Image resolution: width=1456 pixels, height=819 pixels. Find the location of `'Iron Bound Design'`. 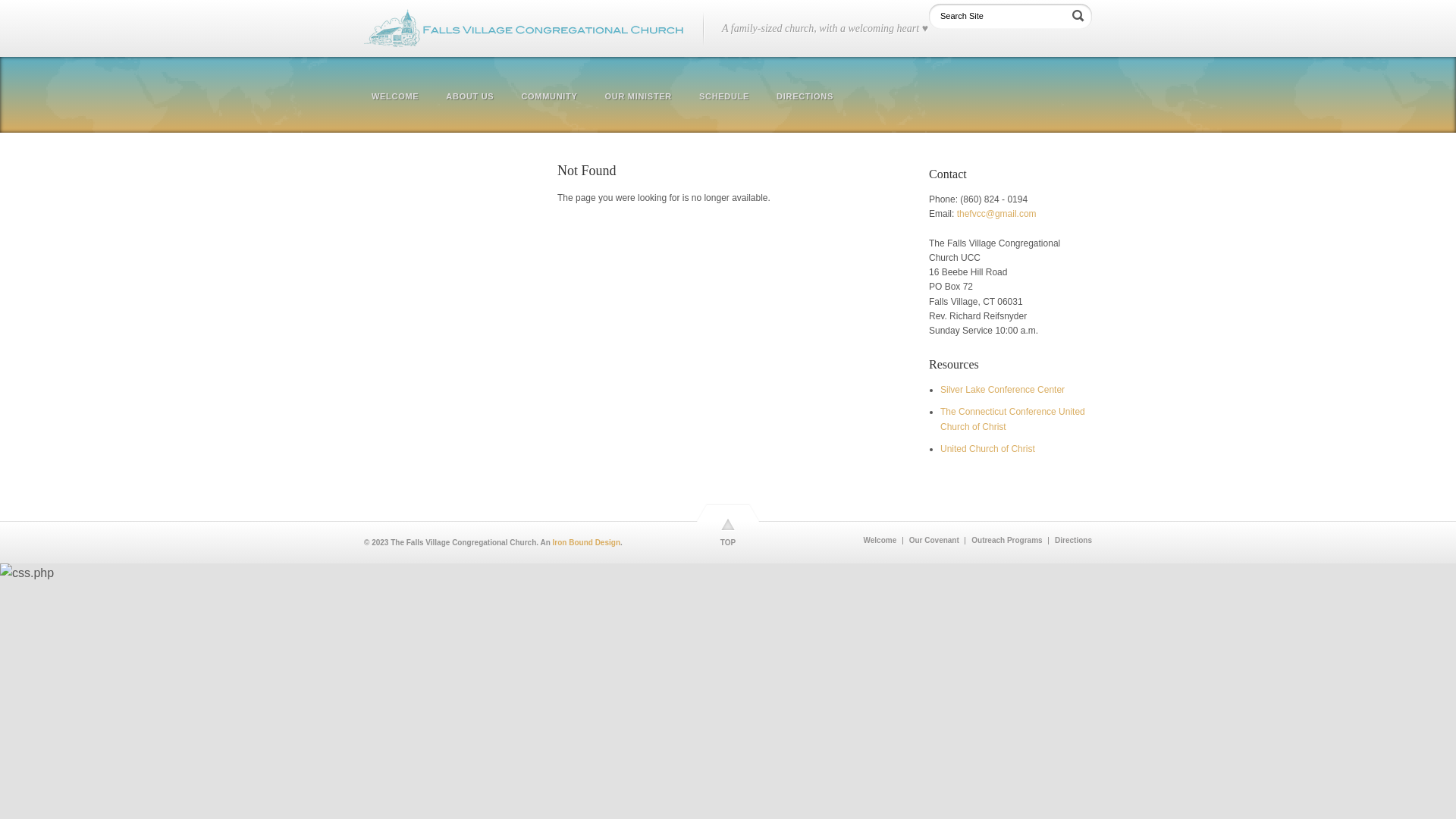

'Iron Bound Design' is located at coordinates (585, 541).